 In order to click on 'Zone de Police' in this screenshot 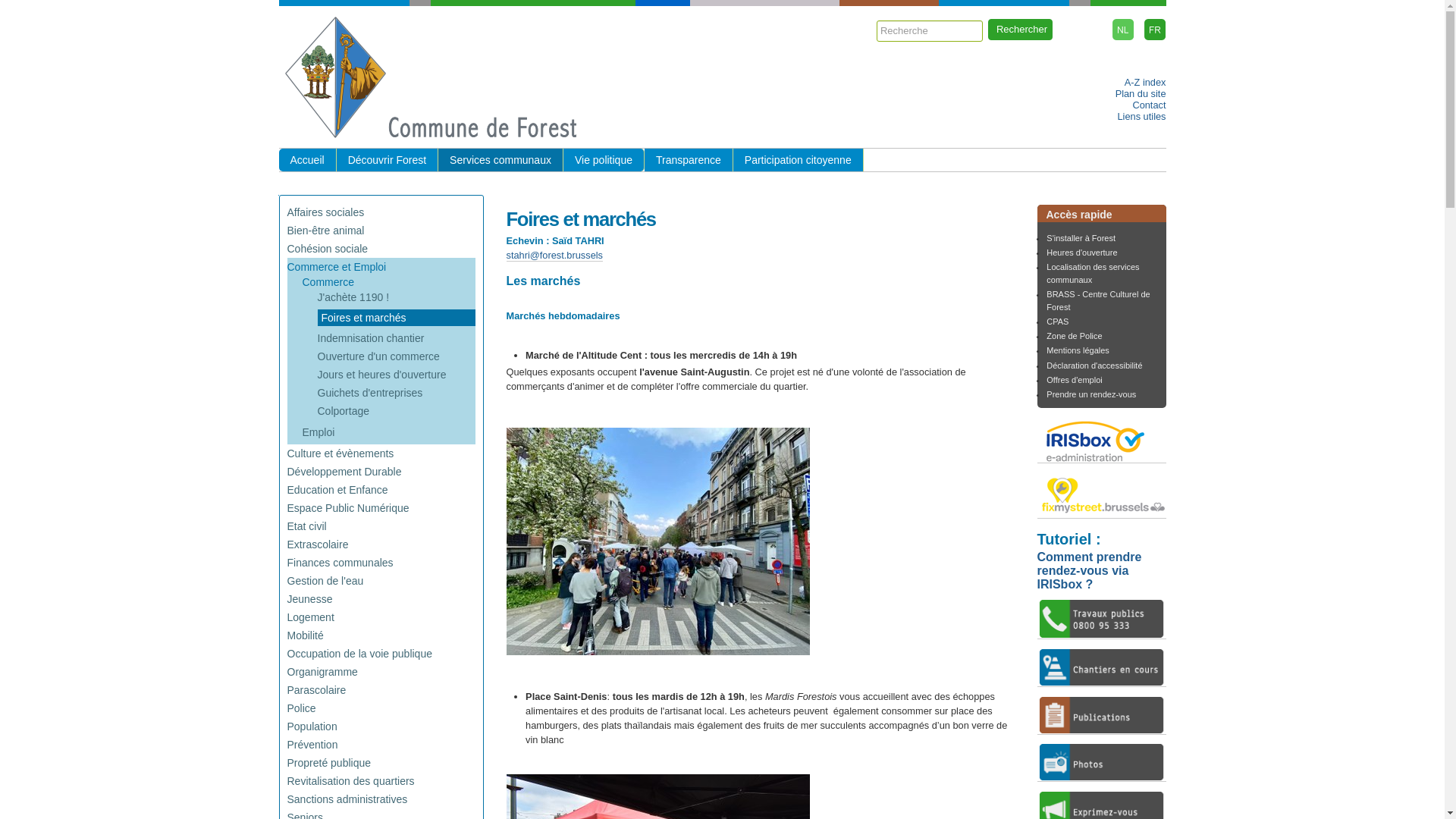, I will do `click(1073, 335)`.